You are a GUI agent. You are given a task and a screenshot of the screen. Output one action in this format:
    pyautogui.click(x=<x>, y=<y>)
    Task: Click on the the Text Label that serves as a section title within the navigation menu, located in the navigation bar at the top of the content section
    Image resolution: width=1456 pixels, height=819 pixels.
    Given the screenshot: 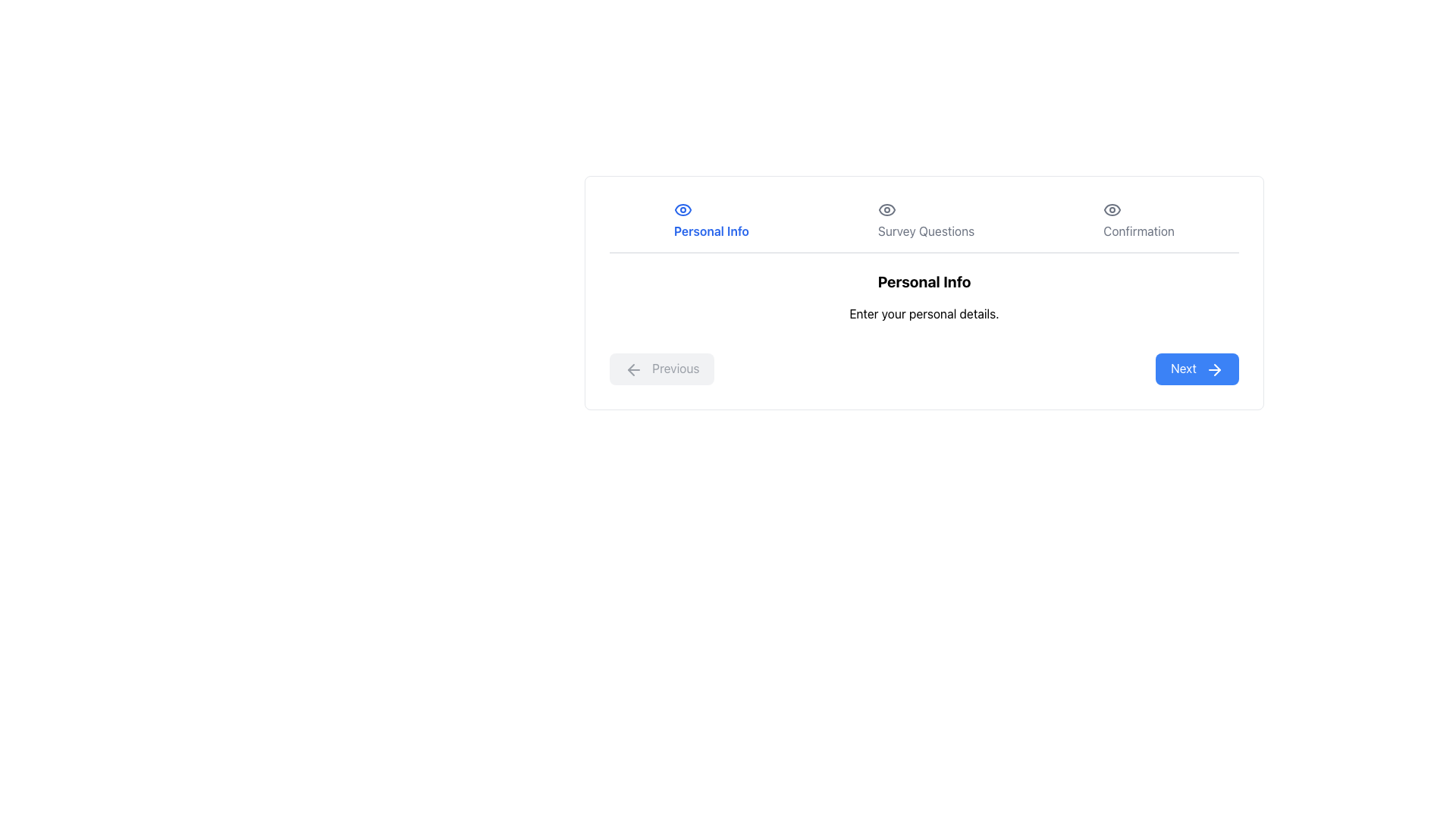 What is the action you would take?
    pyautogui.click(x=711, y=231)
    